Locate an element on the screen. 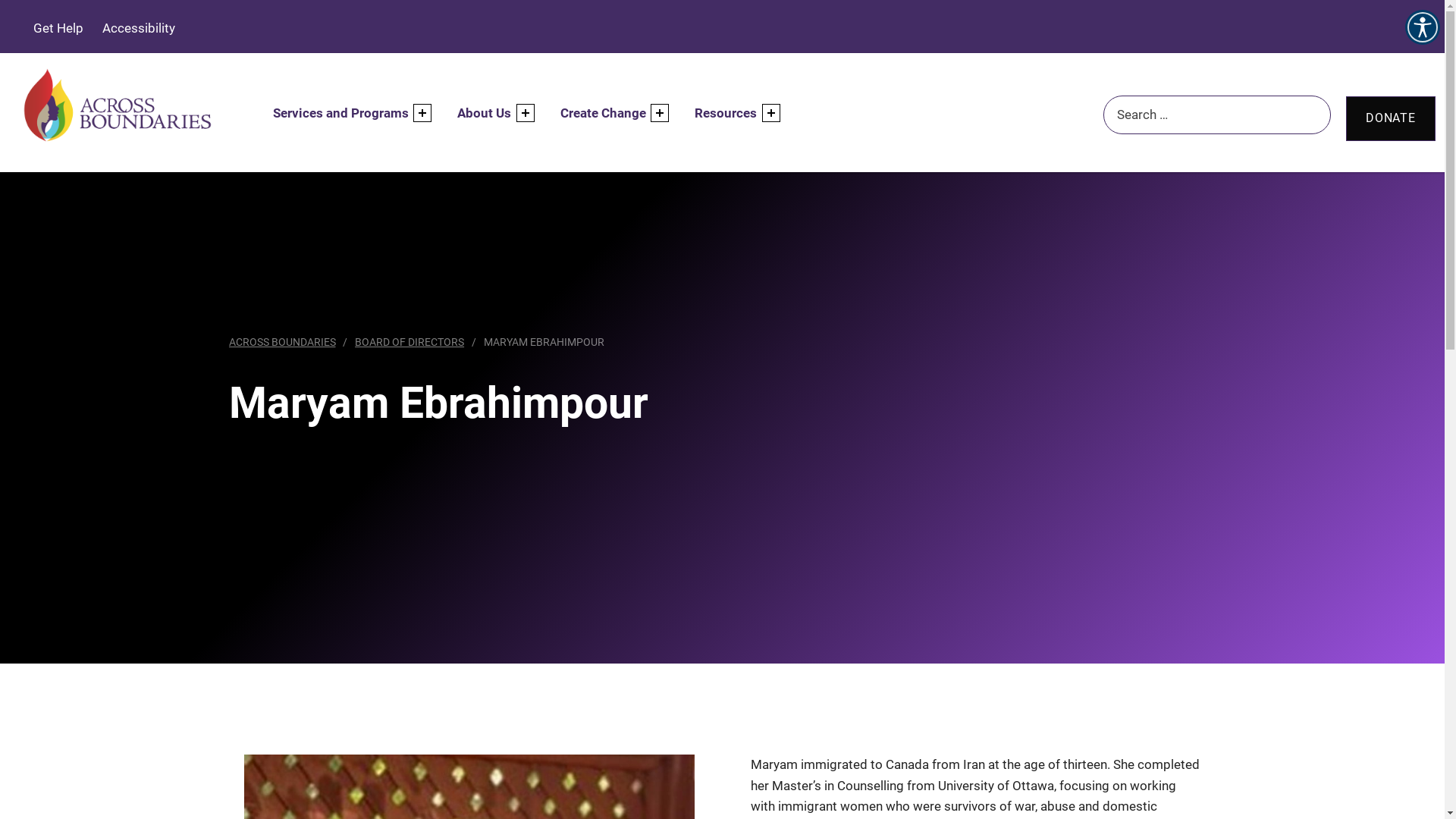  'Get Help' is located at coordinates (18, 28).